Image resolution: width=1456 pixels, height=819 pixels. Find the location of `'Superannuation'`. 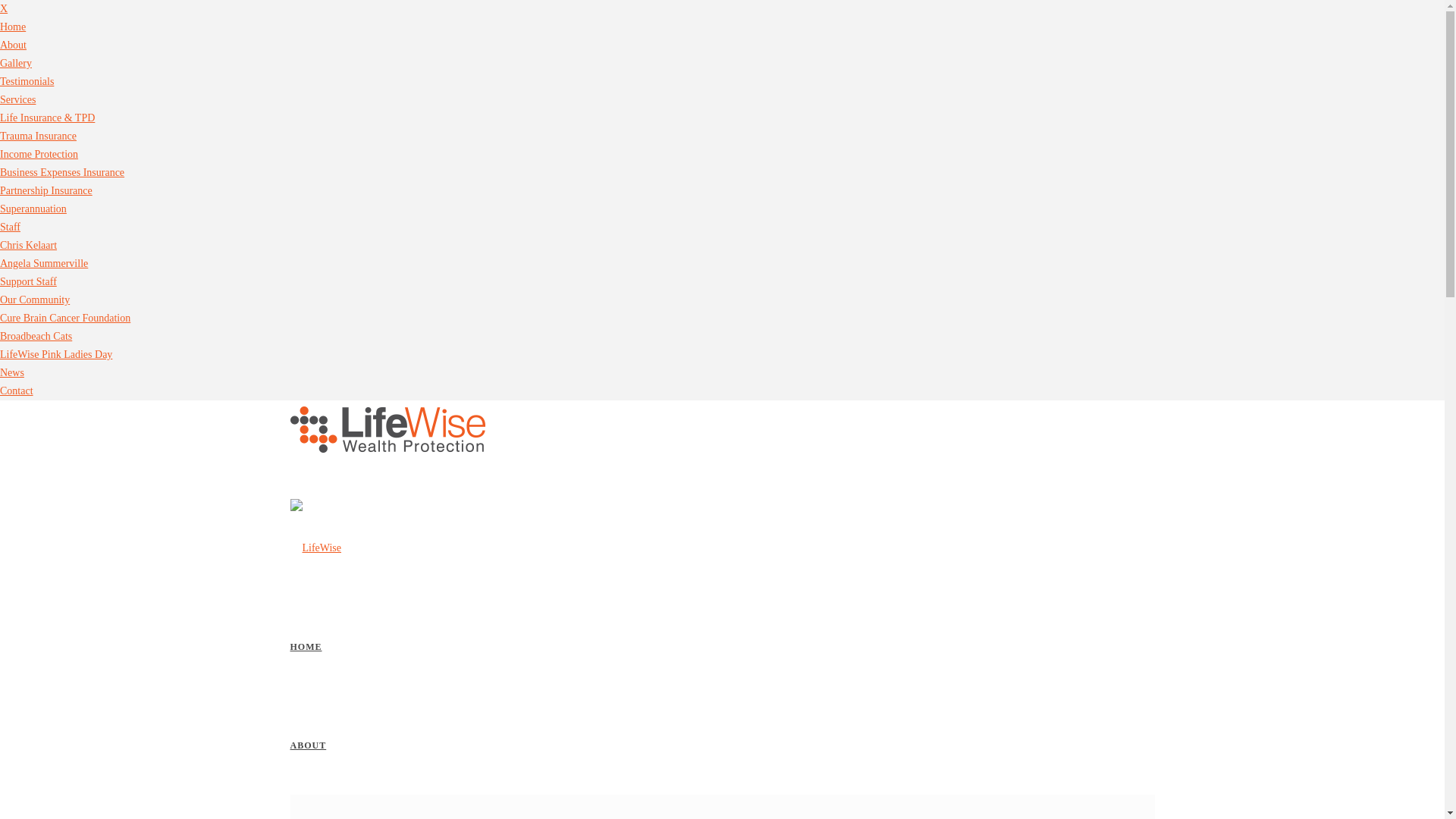

'Superannuation' is located at coordinates (33, 209).